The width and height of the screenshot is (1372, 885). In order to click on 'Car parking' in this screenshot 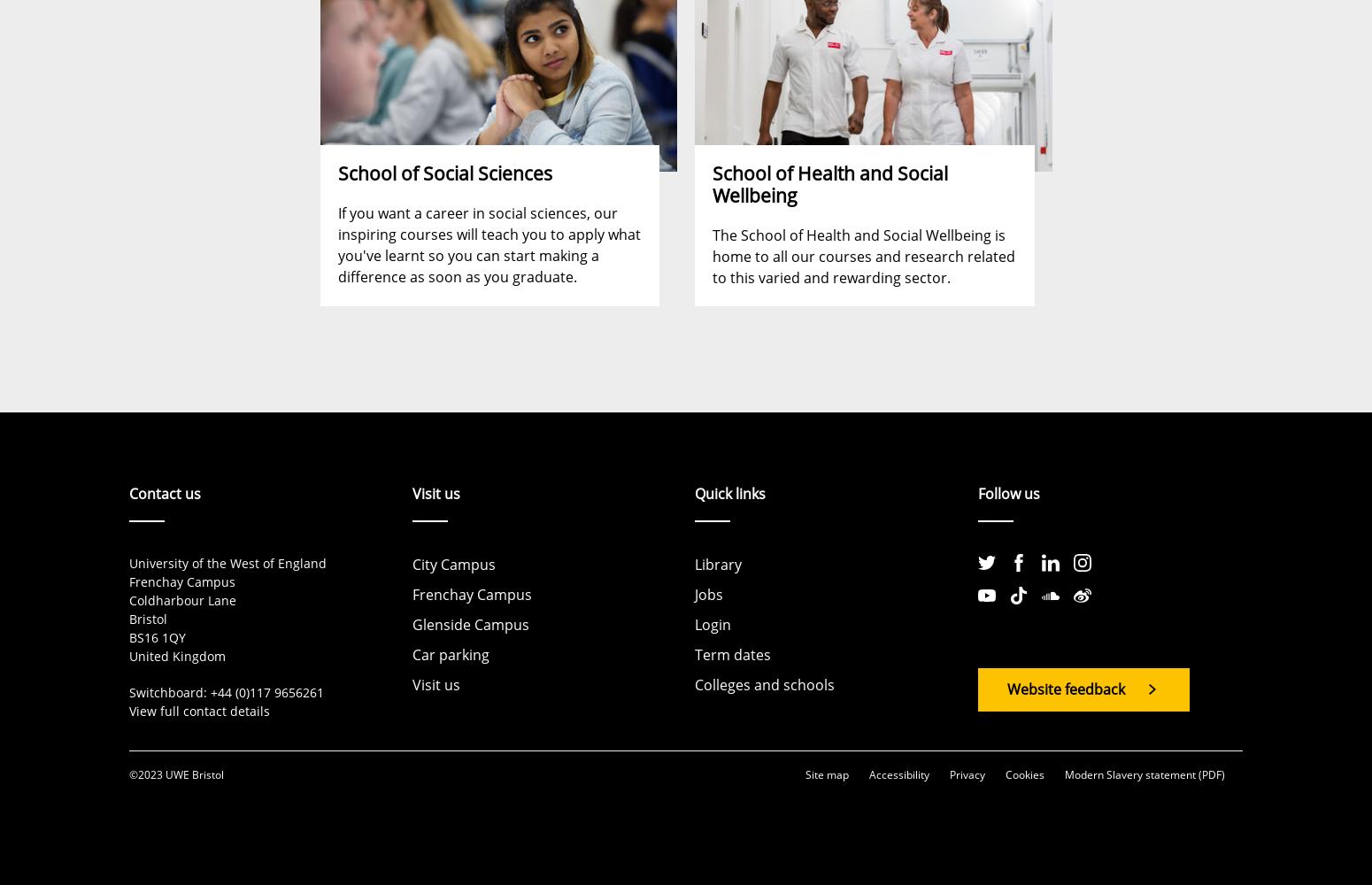, I will do `click(449, 654)`.